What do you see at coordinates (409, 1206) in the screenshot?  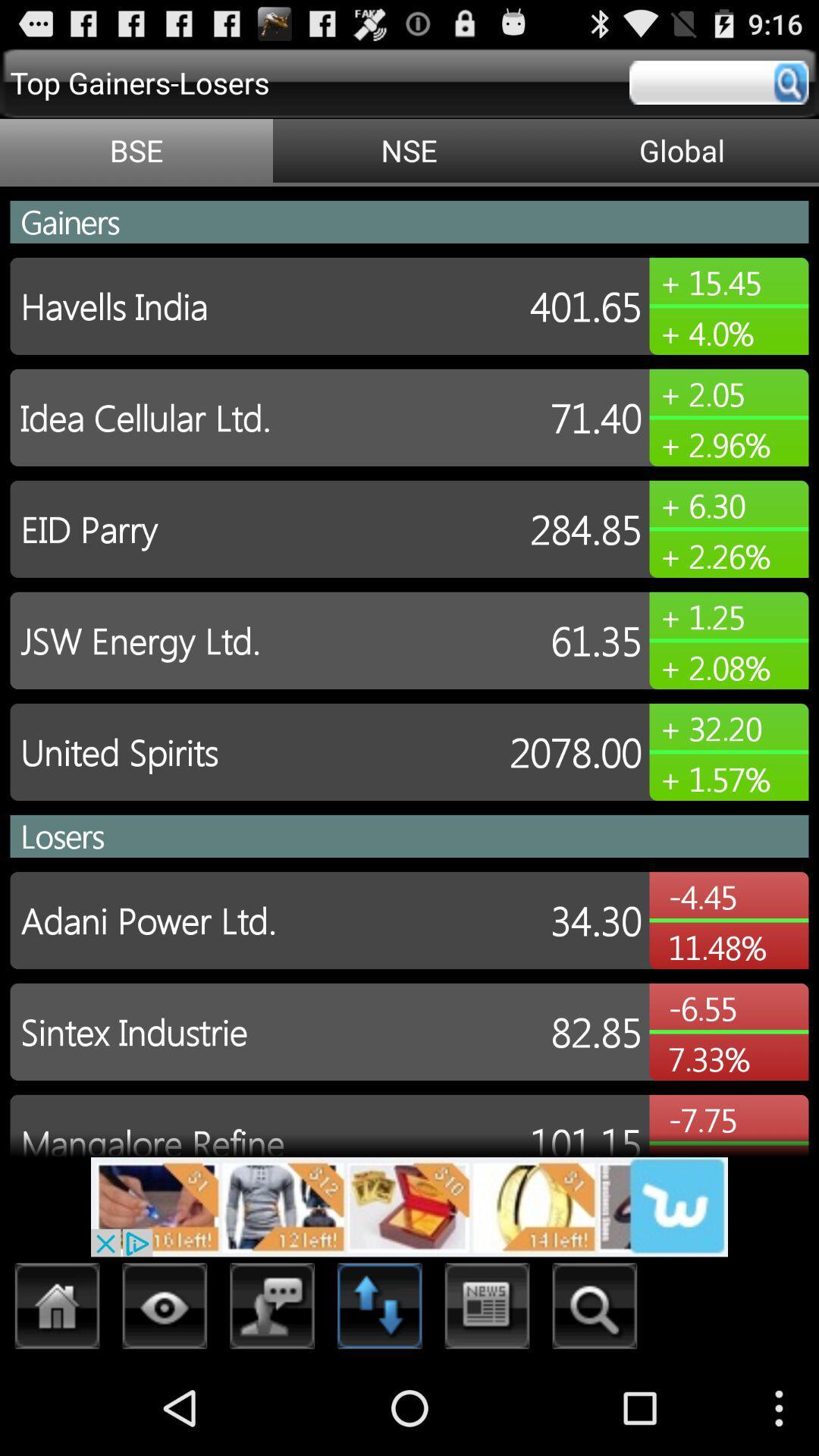 I see `to advertisement box` at bounding box center [409, 1206].